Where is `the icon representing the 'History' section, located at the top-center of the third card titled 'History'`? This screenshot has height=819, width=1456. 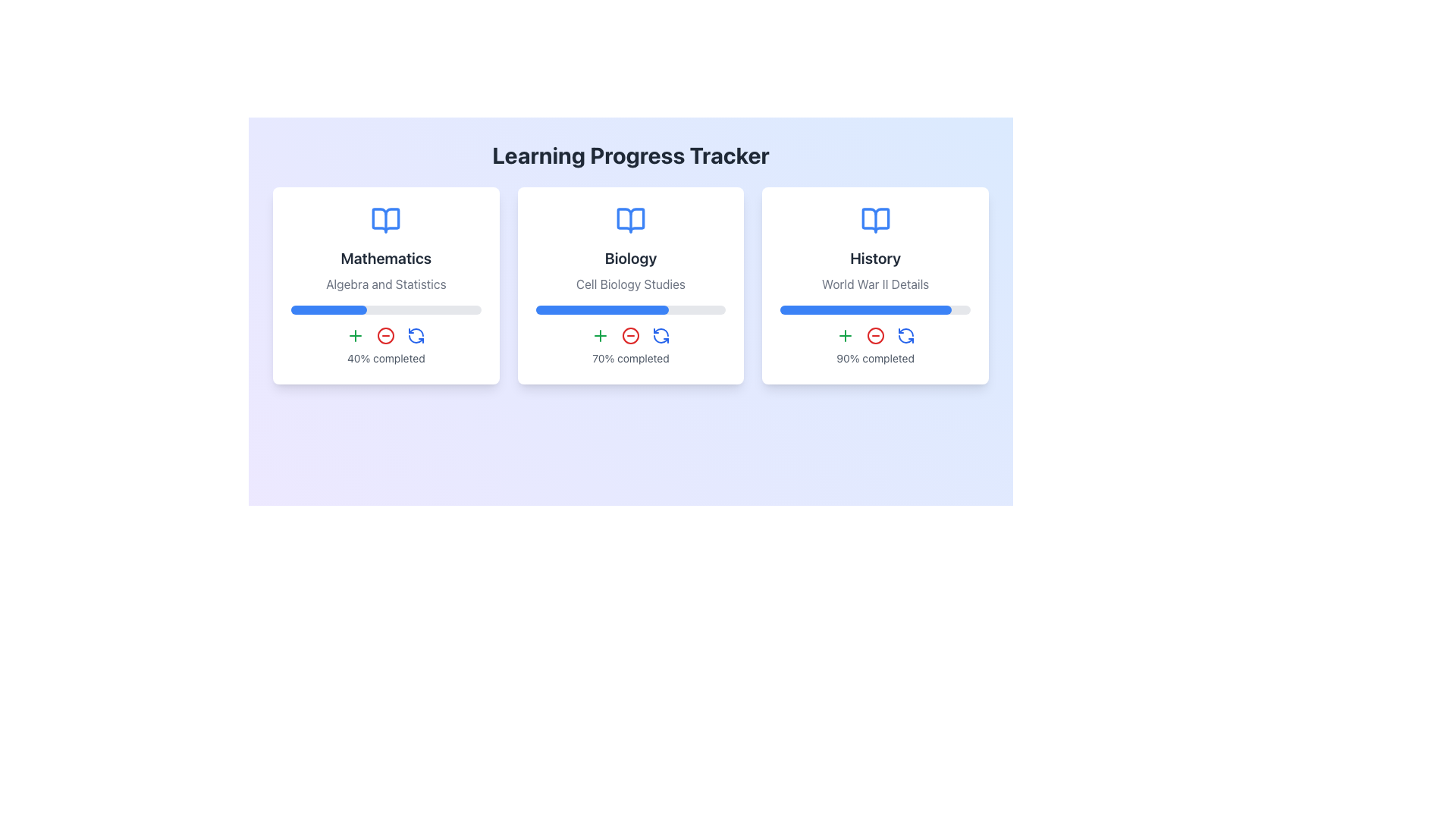 the icon representing the 'History' section, located at the top-center of the third card titled 'History' is located at coordinates (875, 220).